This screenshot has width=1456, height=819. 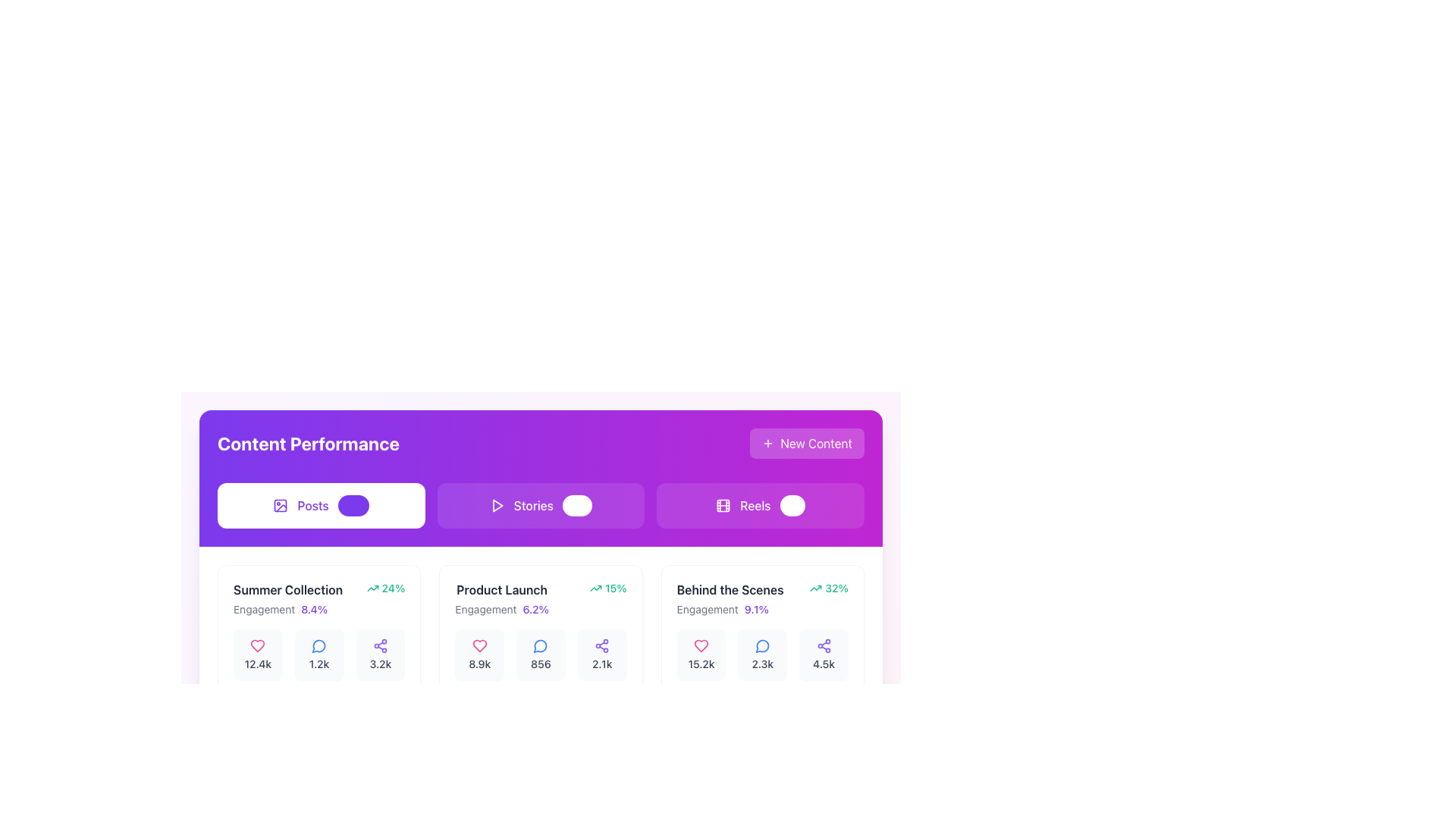 I want to click on the text label displaying 'Stories' within the purple button, which is located between the 'Posts' and 'Reels' toggle buttons, so click(x=533, y=506).